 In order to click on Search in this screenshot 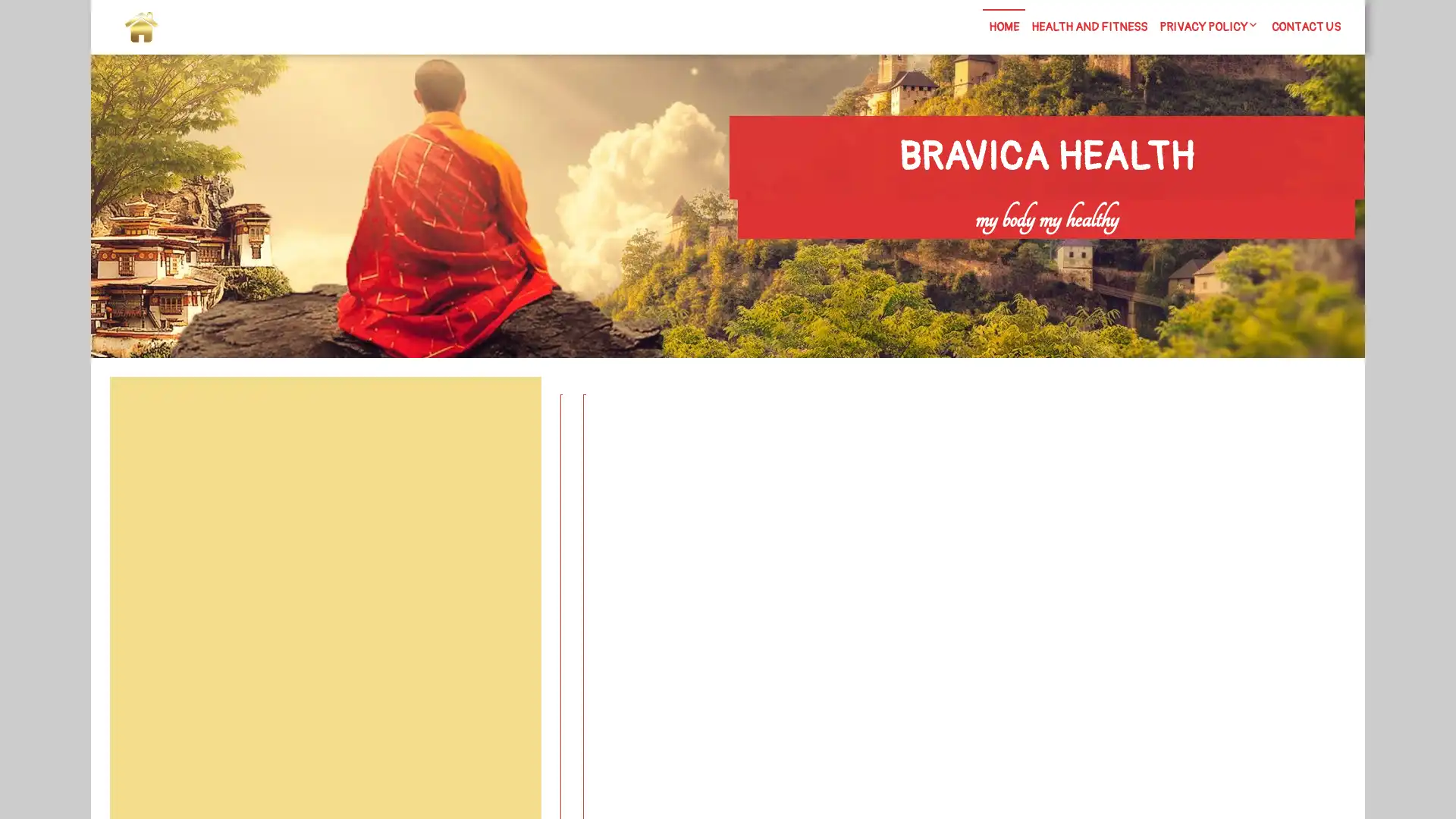, I will do `click(1181, 248)`.